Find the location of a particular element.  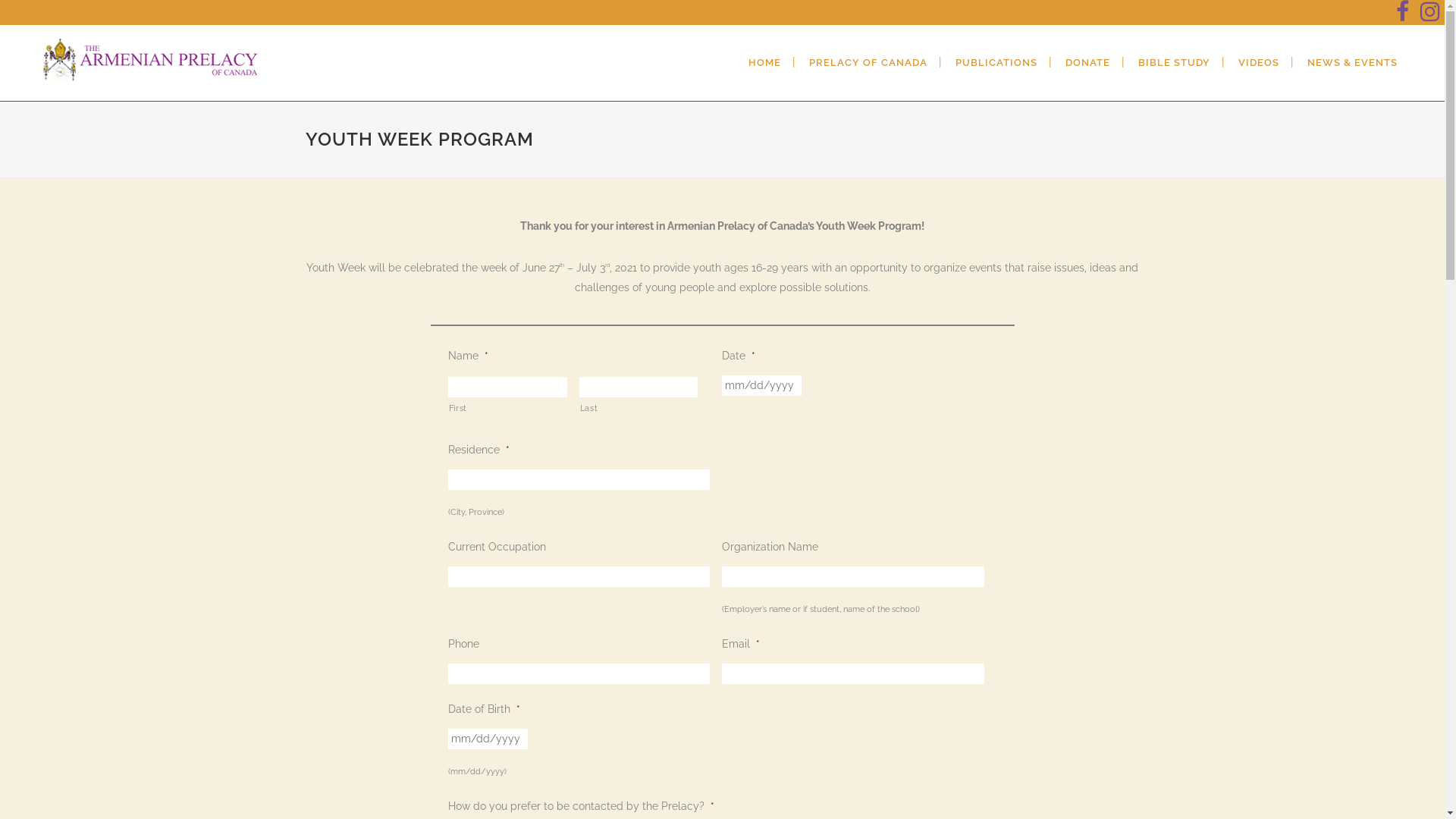

'NEWS & EVENTS' is located at coordinates (1294, 62).